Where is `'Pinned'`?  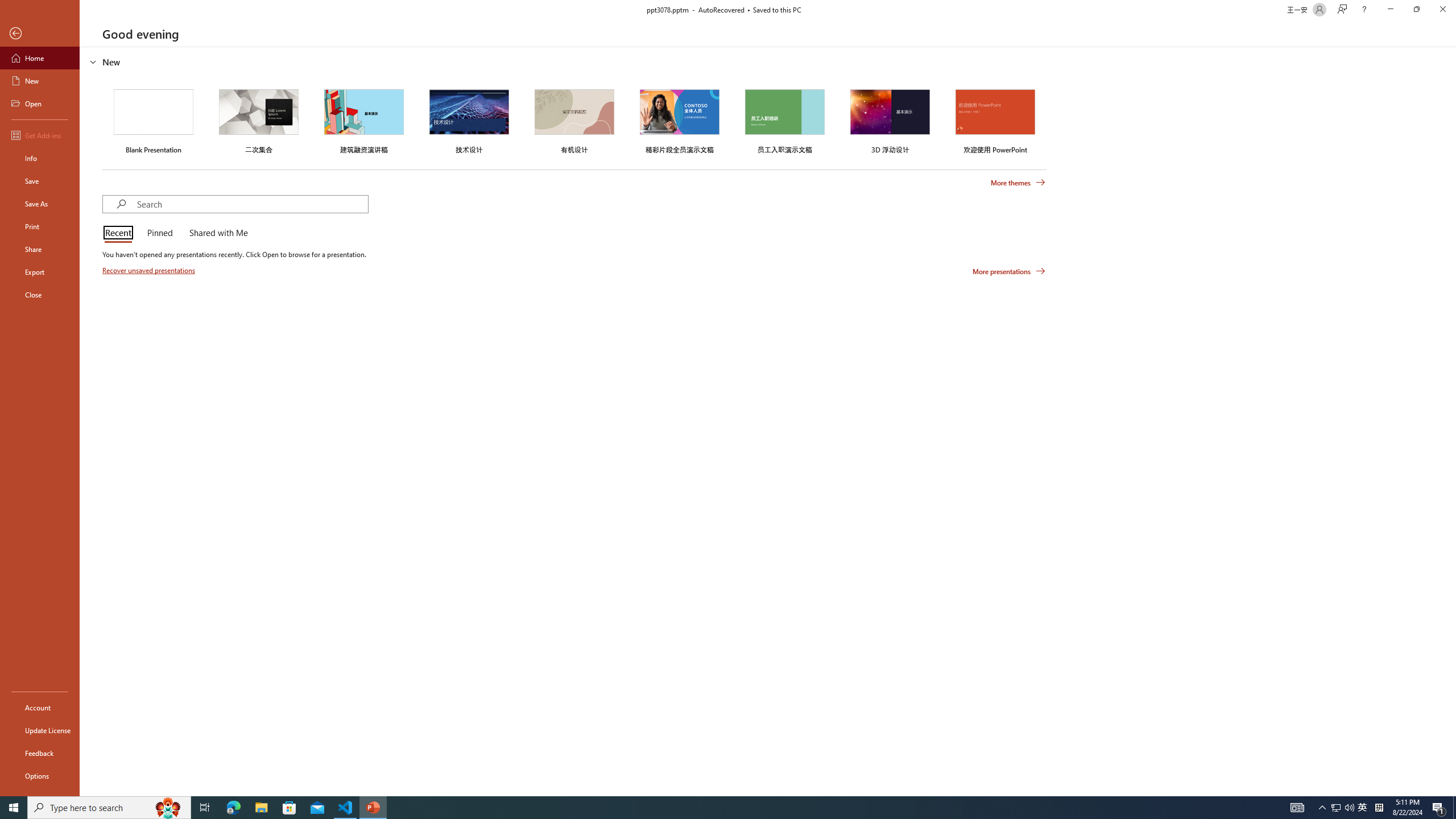 'Pinned' is located at coordinates (159, 233).